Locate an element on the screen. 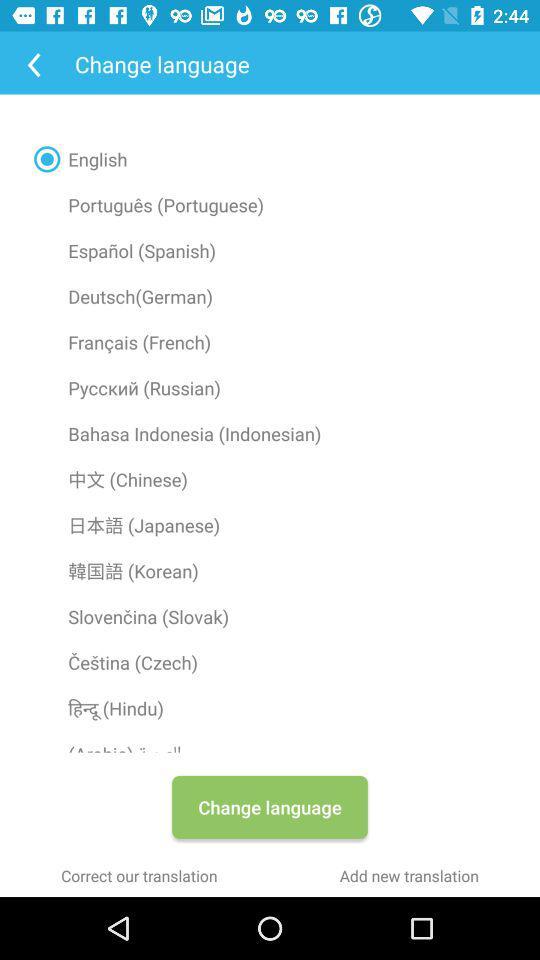 This screenshot has width=540, height=960. the item next to add new translation icon is located at coordinates (138, 874).